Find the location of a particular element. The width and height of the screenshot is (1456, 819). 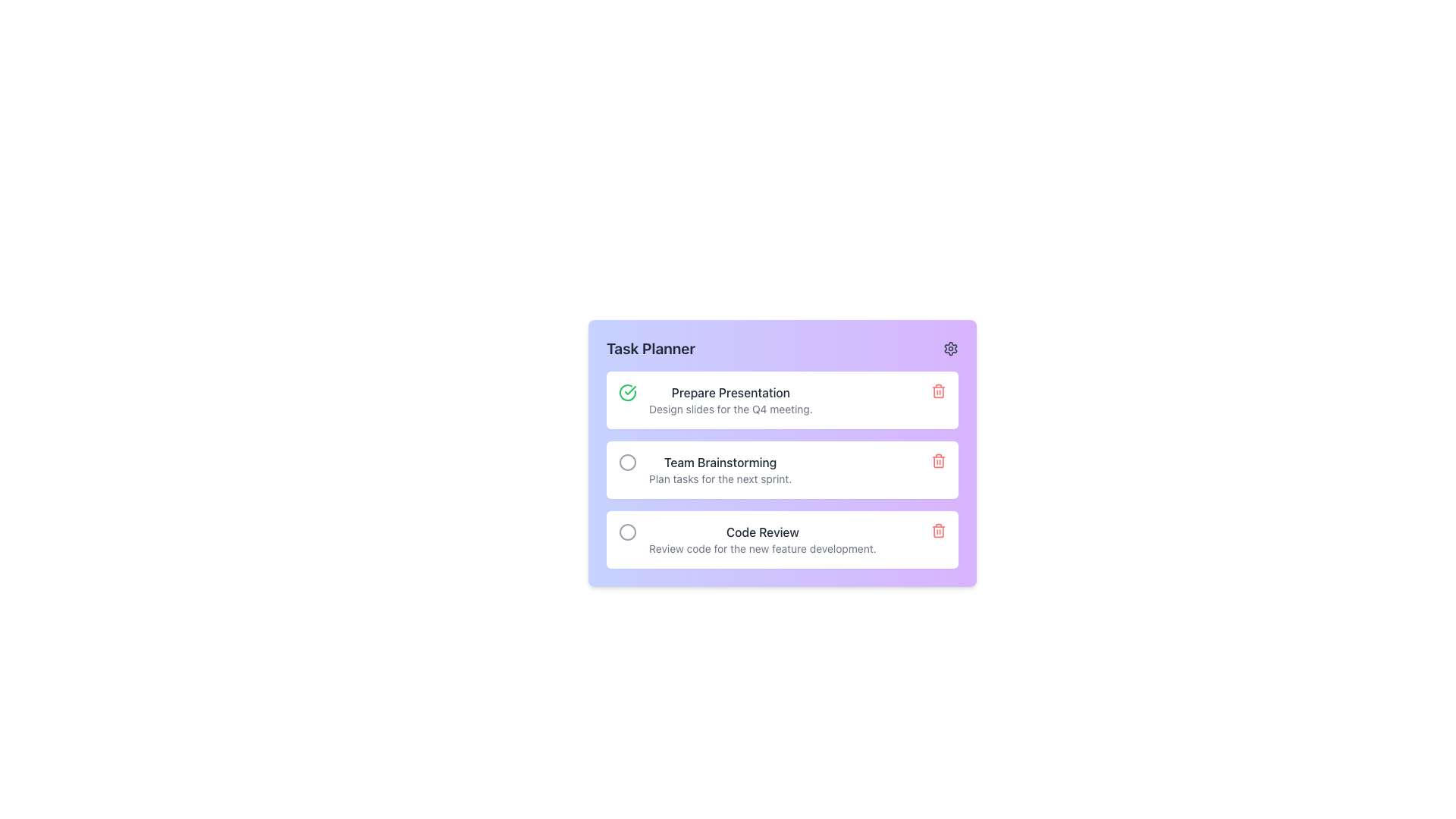

the Text Label that denotes the title of a task in the 'Task Planner' interface, located in the middle of the second task card is located at coordinates (720, 461).